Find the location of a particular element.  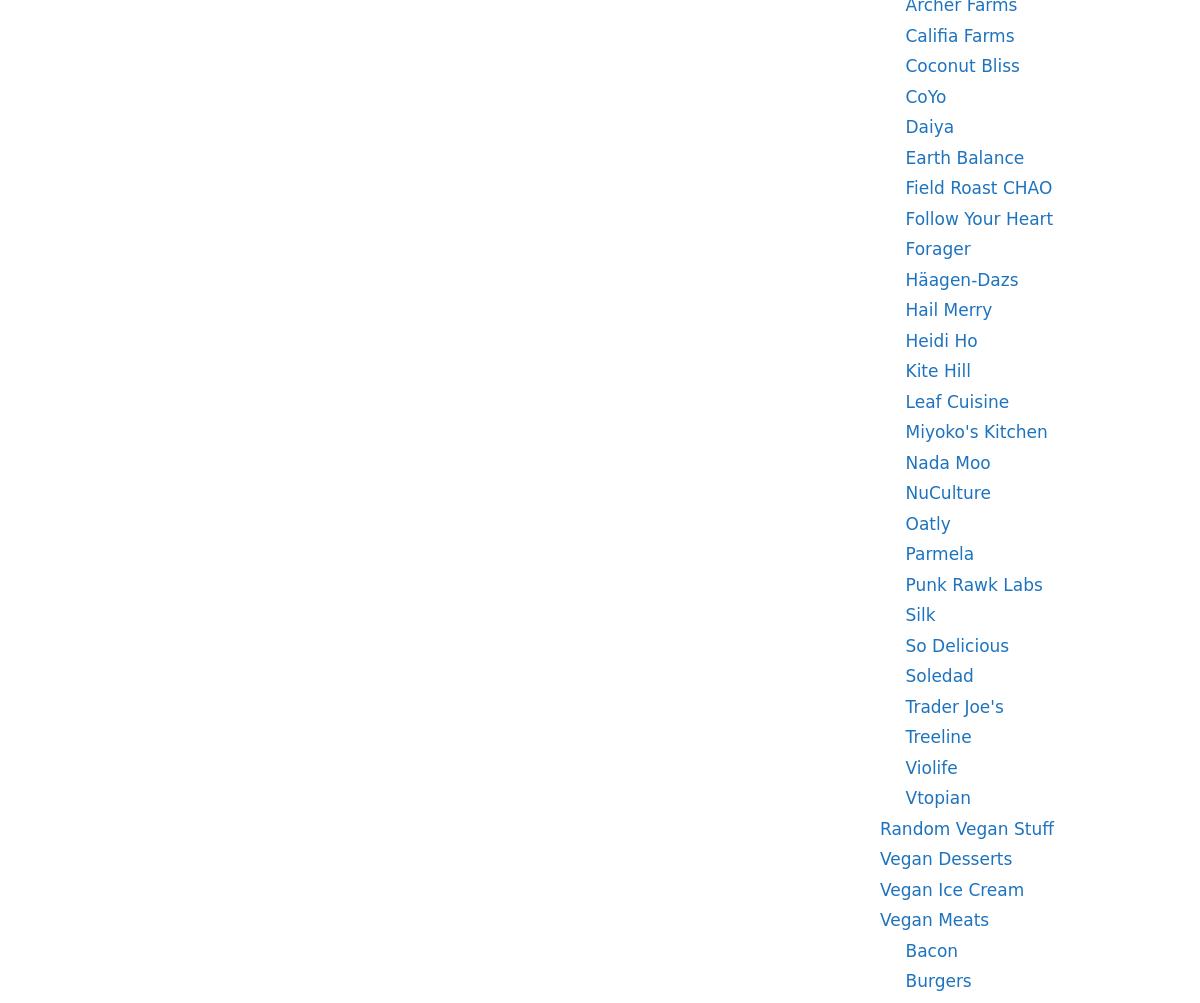

'Field Roast CHAO' is located at coordinates (978, 186).